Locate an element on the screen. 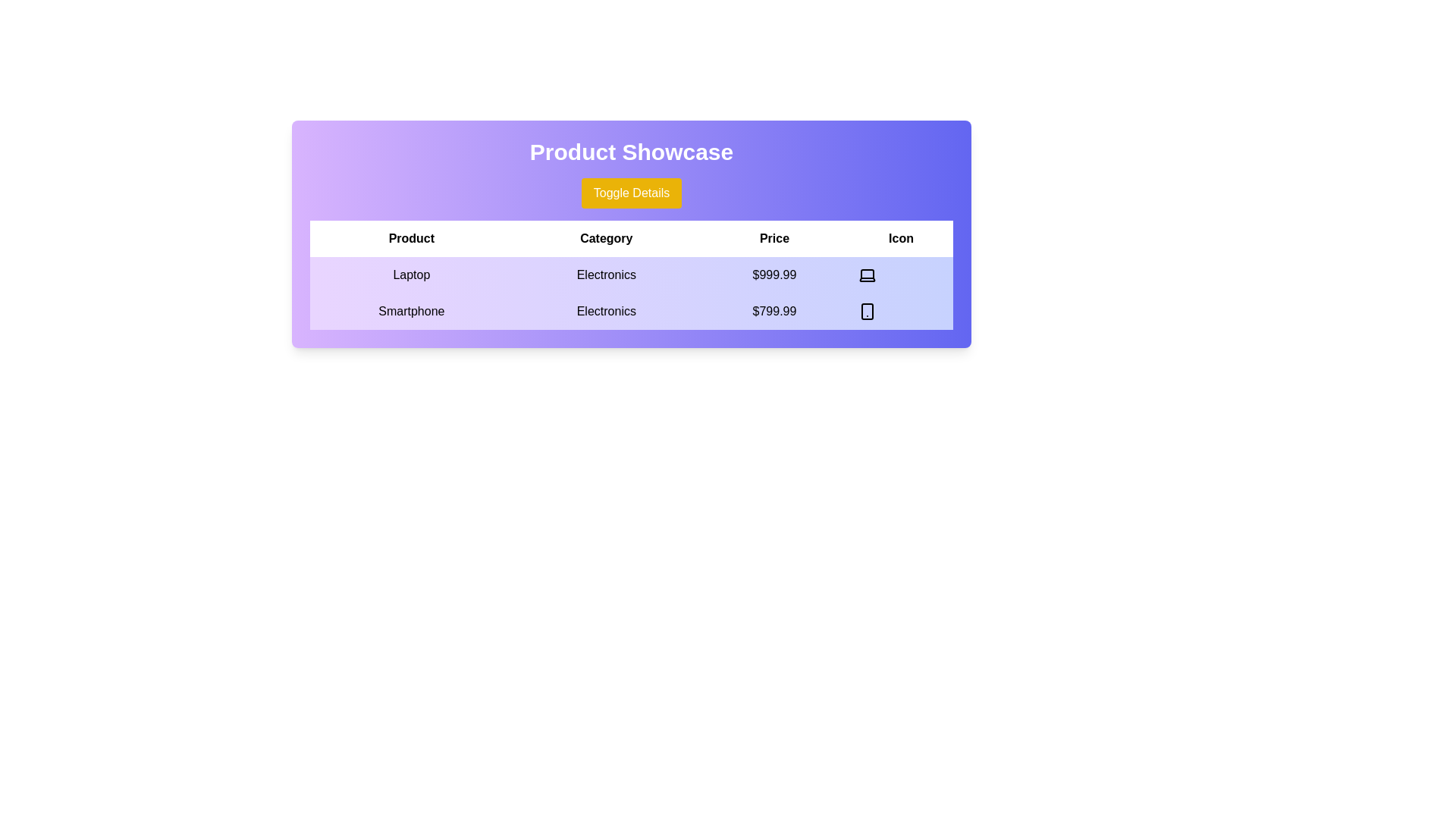 This screenshot has height=819, width=1456. the static text label displaying the price of the listed product, which is located in the third column of the first row of the table under the 'Price' header is located at coordinates (774, 275).